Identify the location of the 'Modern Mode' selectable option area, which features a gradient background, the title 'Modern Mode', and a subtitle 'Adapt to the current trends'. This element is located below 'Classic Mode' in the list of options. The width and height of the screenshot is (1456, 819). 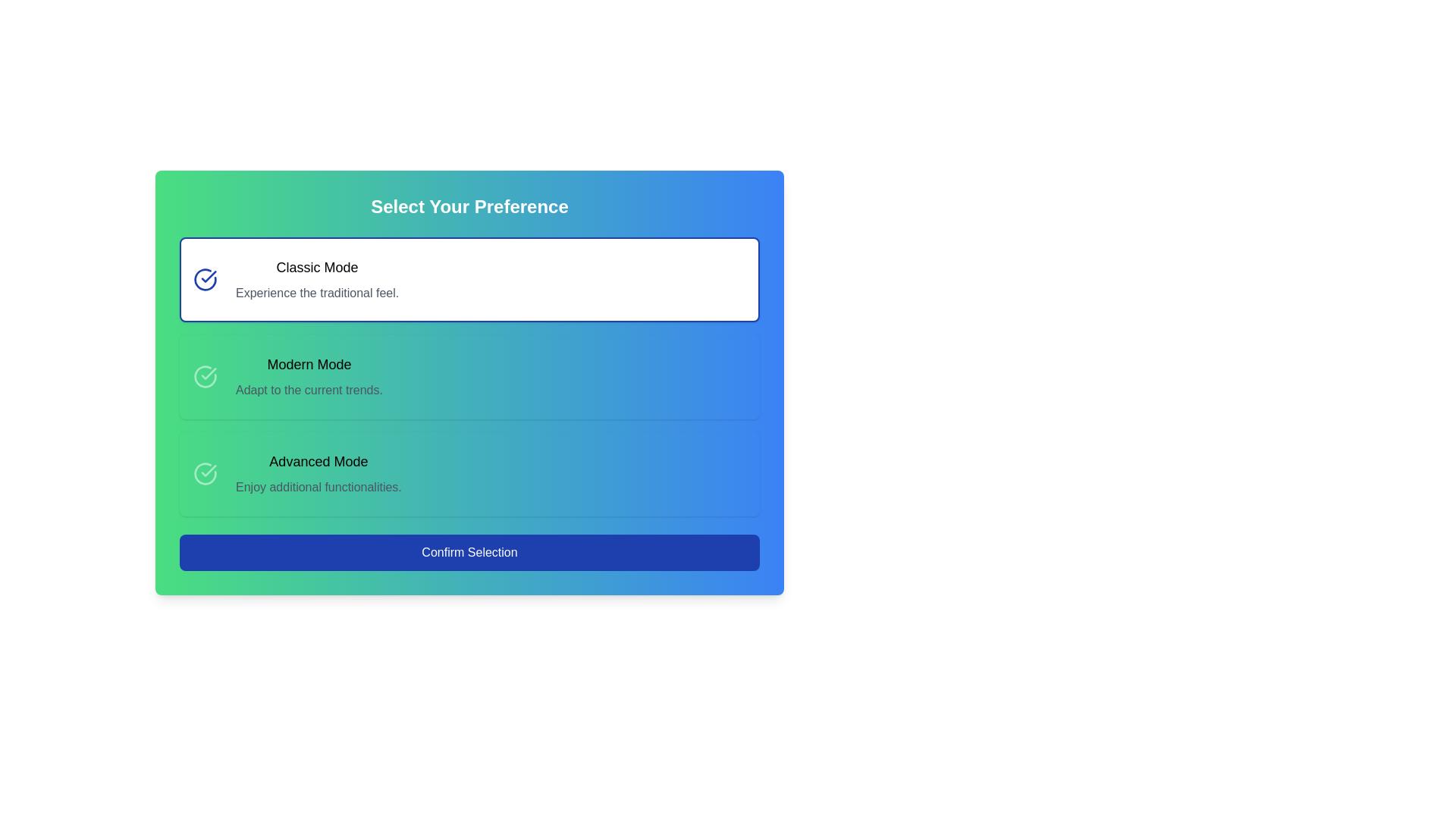
(469, 376).